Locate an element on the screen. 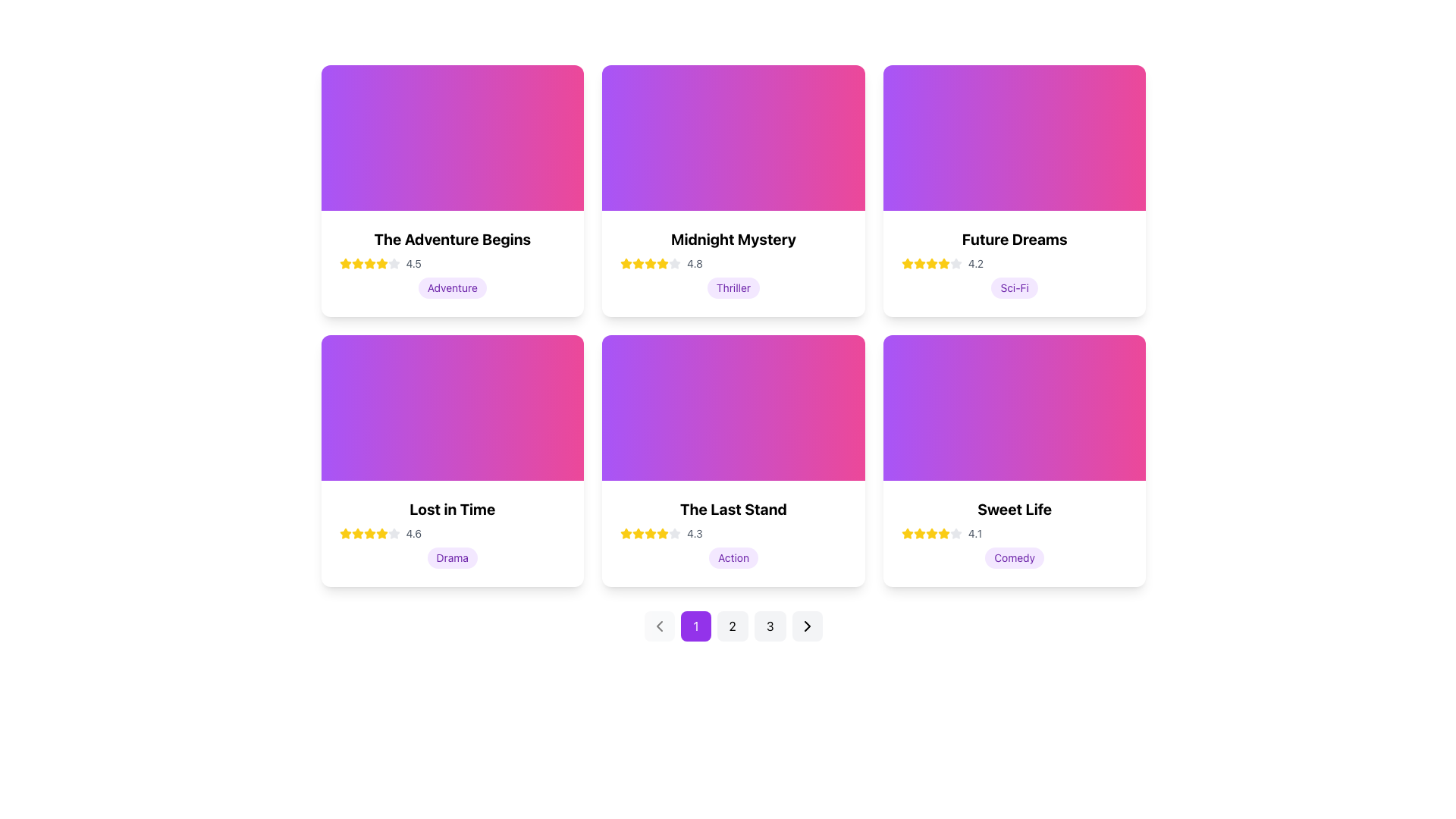 This screenshot has width=1456, height=819. the third star icon in the rating section for the movie 'Future Dreams' is located at coordinates (930, 262).